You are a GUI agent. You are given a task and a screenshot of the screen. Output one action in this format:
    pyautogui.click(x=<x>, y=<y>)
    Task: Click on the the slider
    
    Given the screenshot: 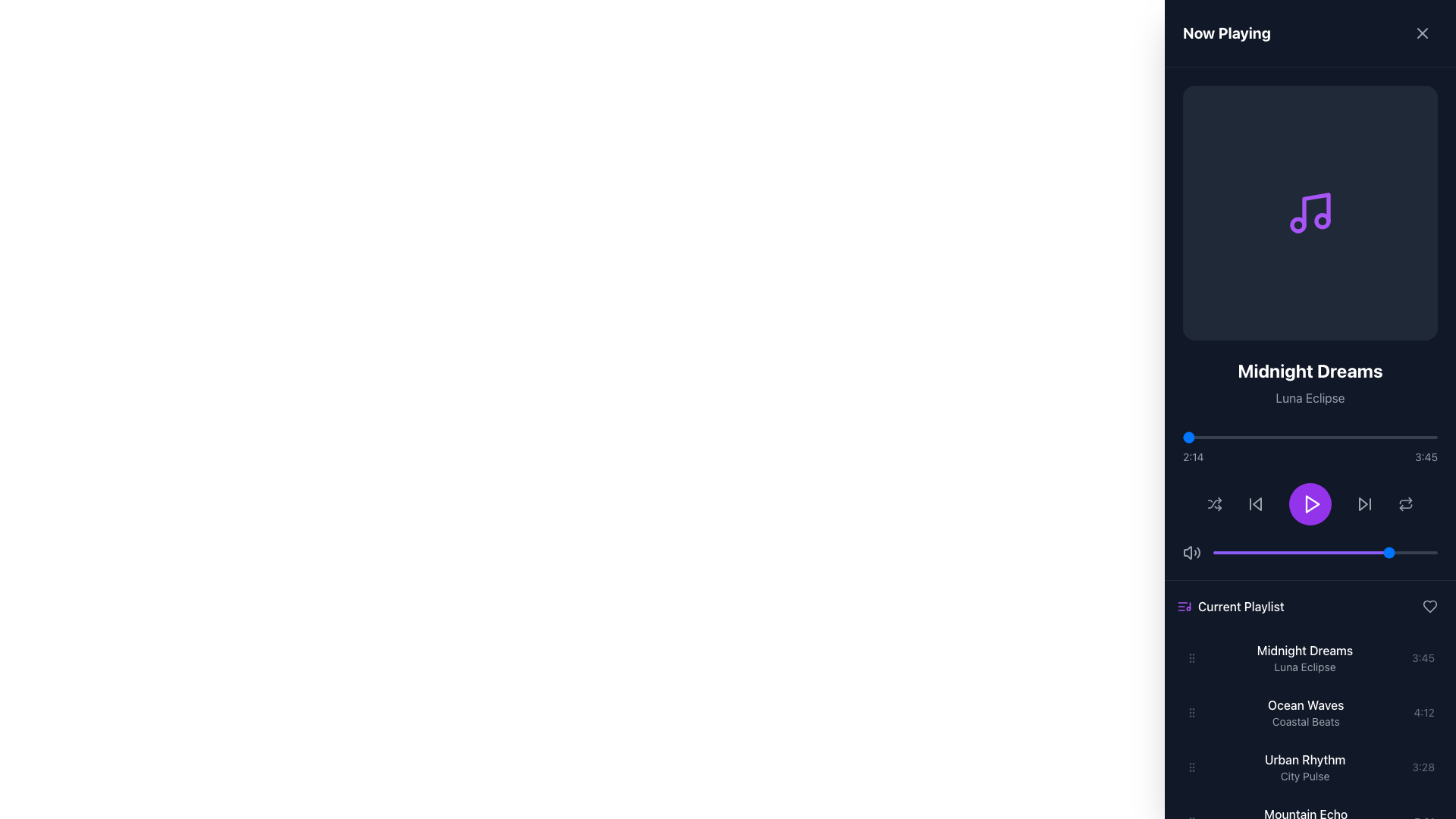 What is the action you would take?
    pyautogui.click(x=1279, y=553)
    